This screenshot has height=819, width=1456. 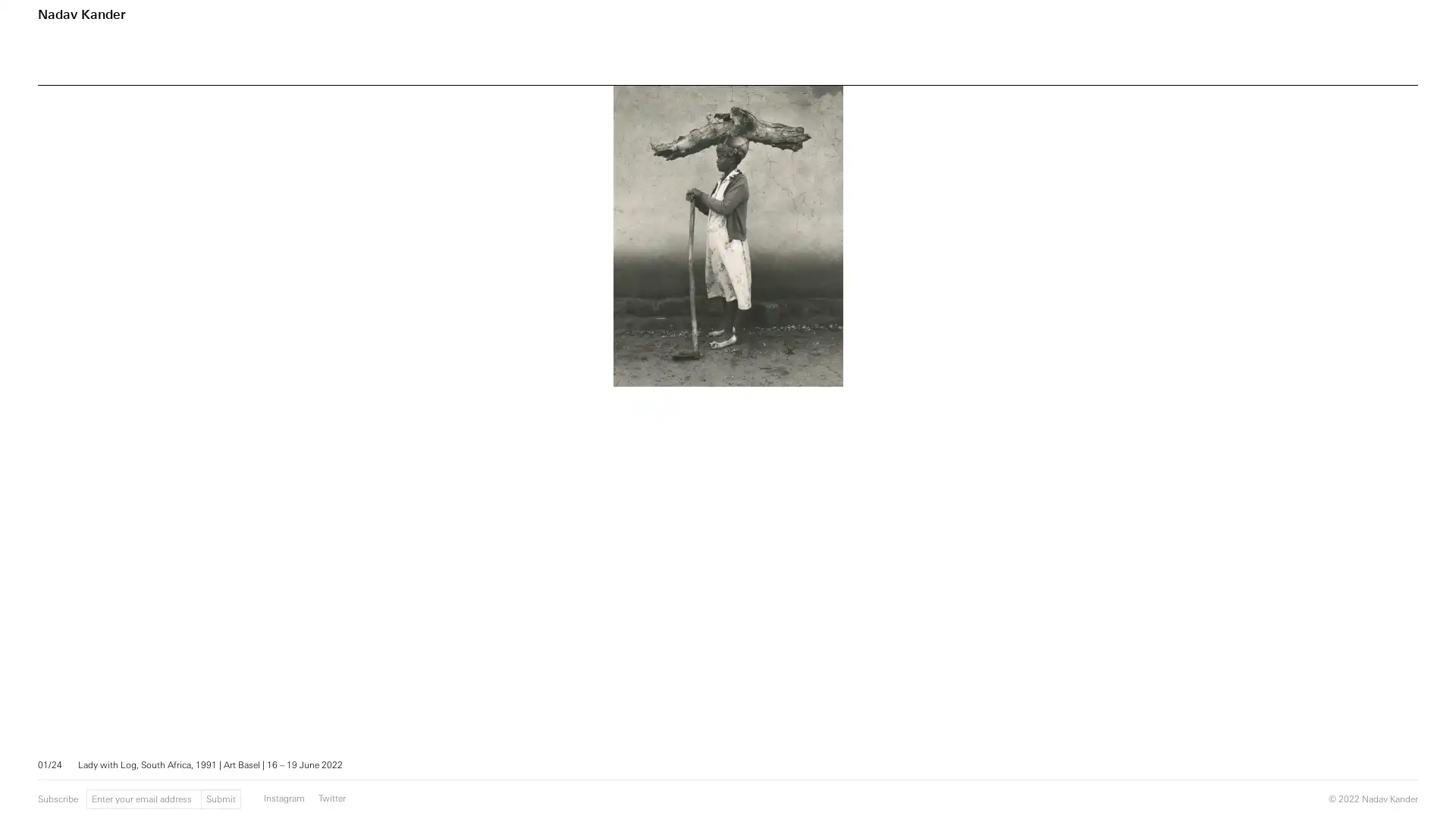 What do you see at coordinates (220, 798) in the screenshot?
I see `Submit` at bounding box center [220, 798].